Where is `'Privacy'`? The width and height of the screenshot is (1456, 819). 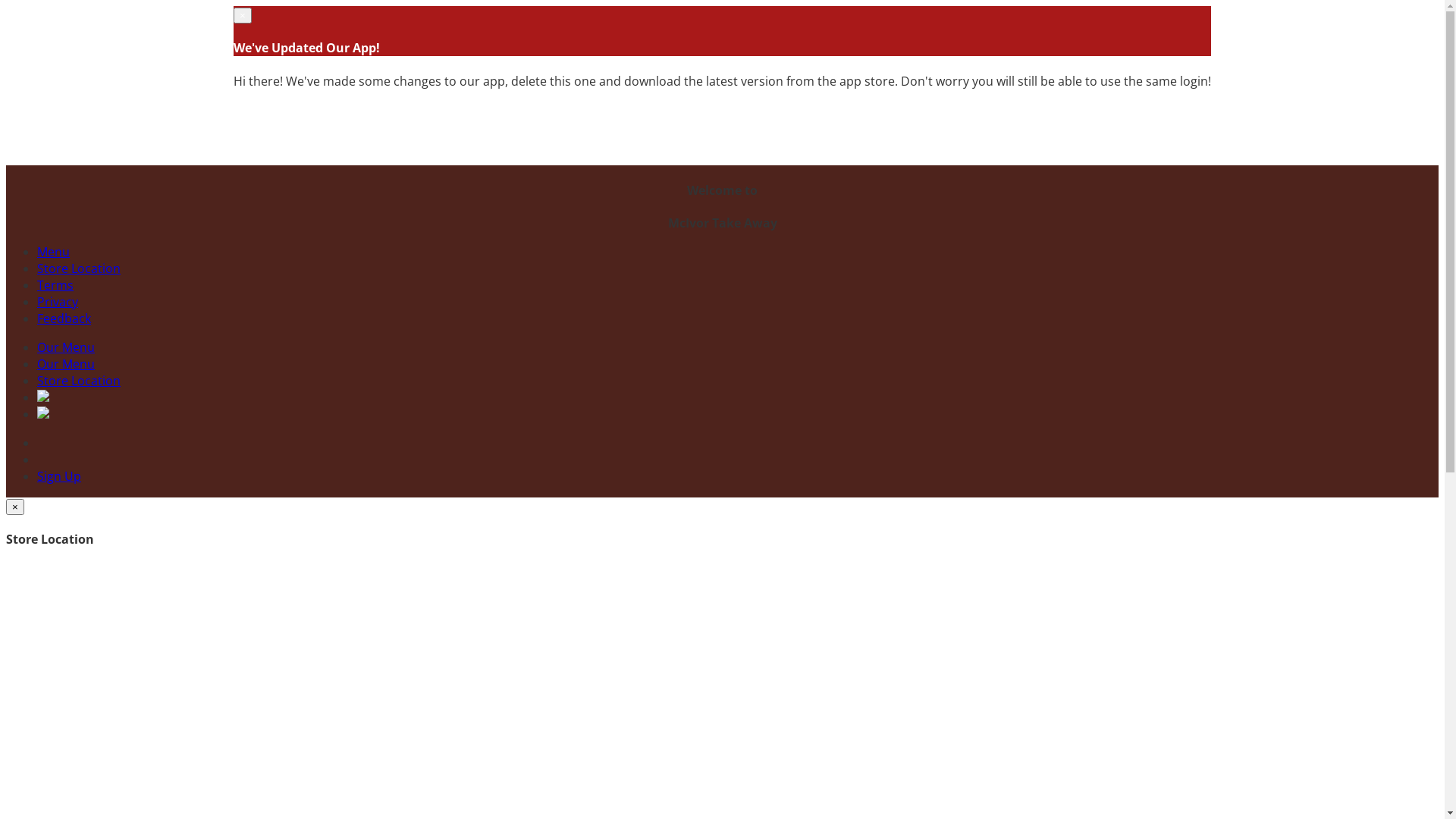
'Privacy' is located at coordinates (58, 301).